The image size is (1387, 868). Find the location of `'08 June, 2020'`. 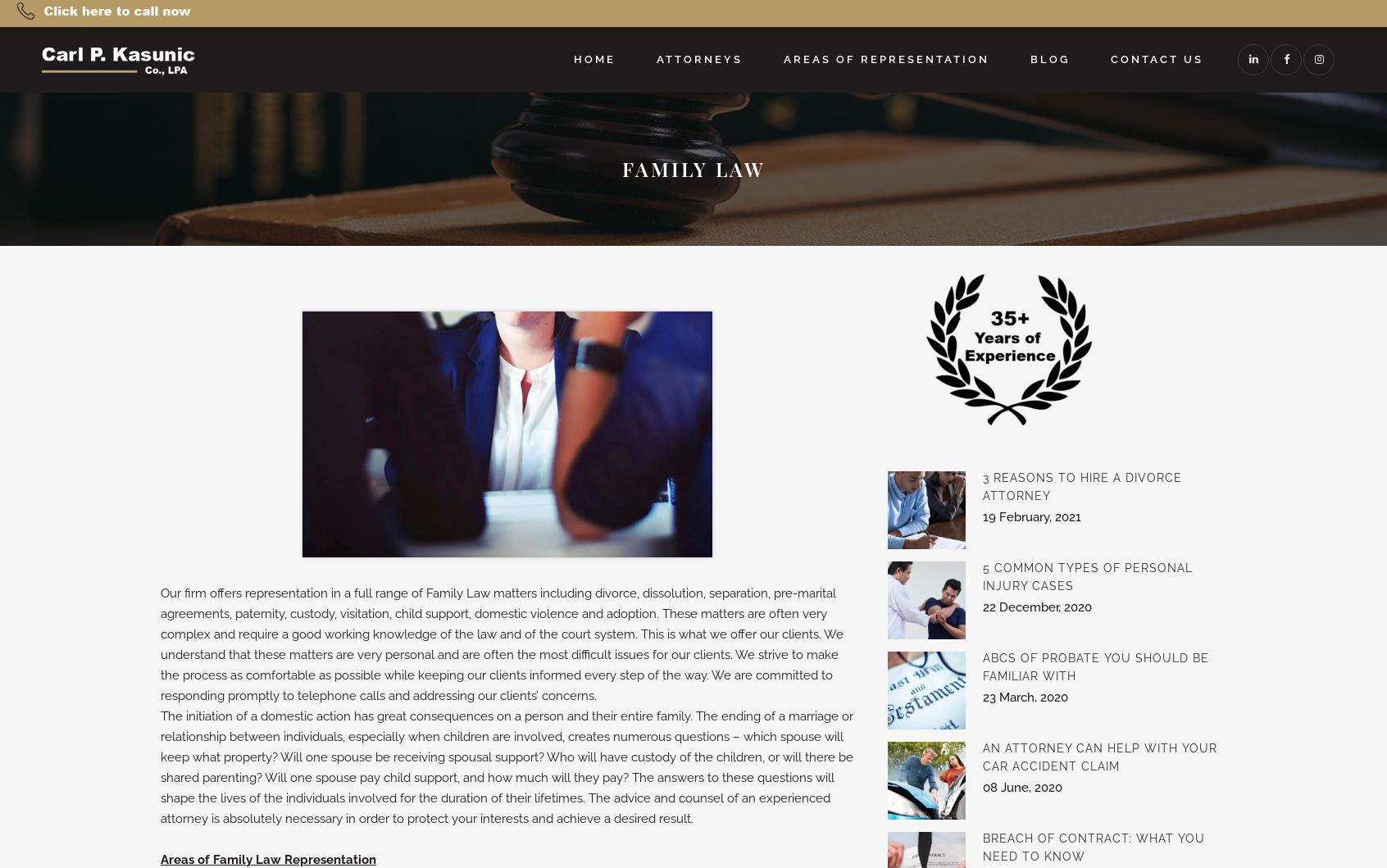

'08 June, 2020' is located at coordinates (1021, 787).